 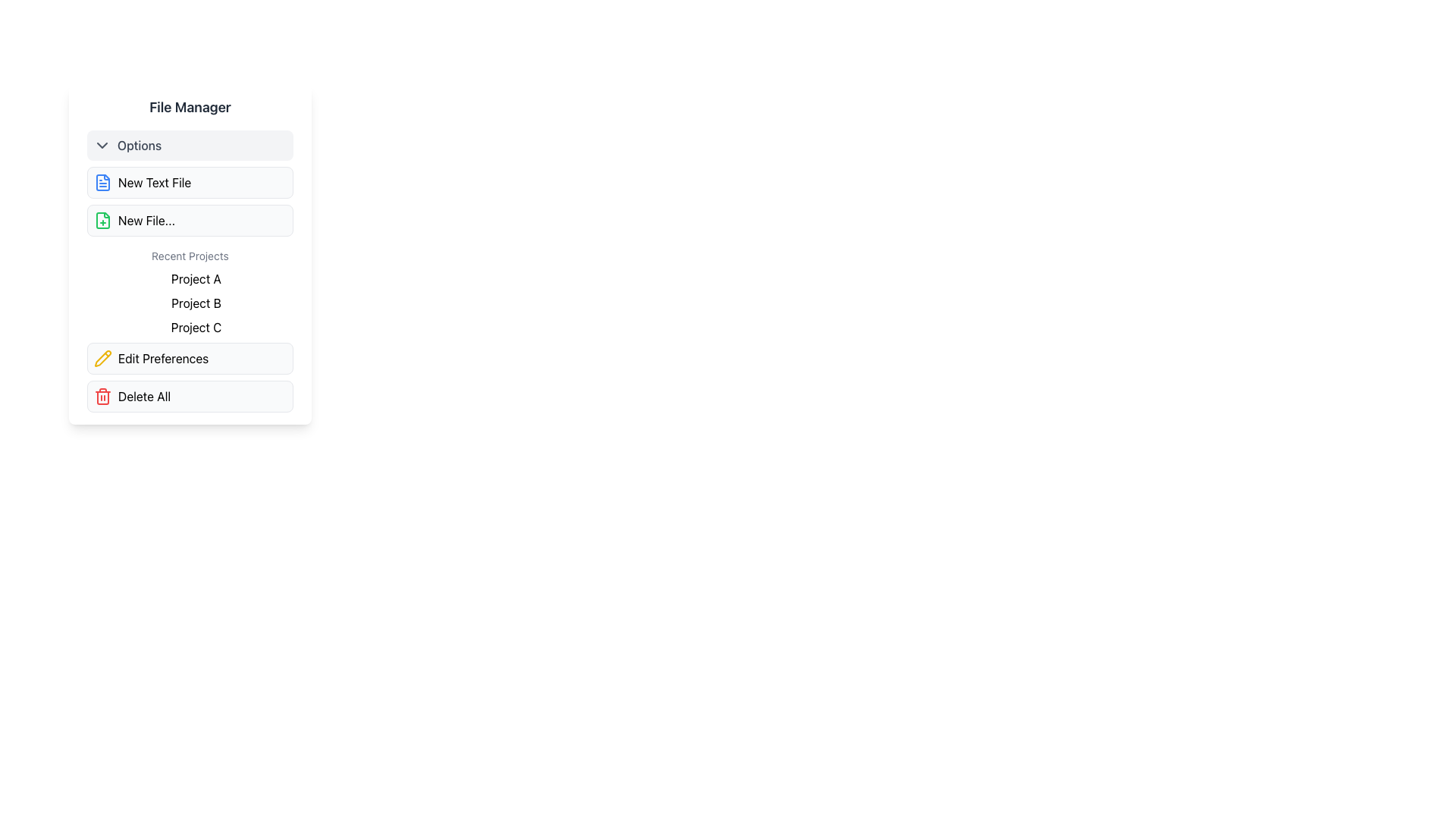 What do you see at coordinates (189, 107) in the screenshot?
I see `the Text label that serves as the title or heading of the section, located at the top of a rectangular card interface` at bounding box center [189, 107].